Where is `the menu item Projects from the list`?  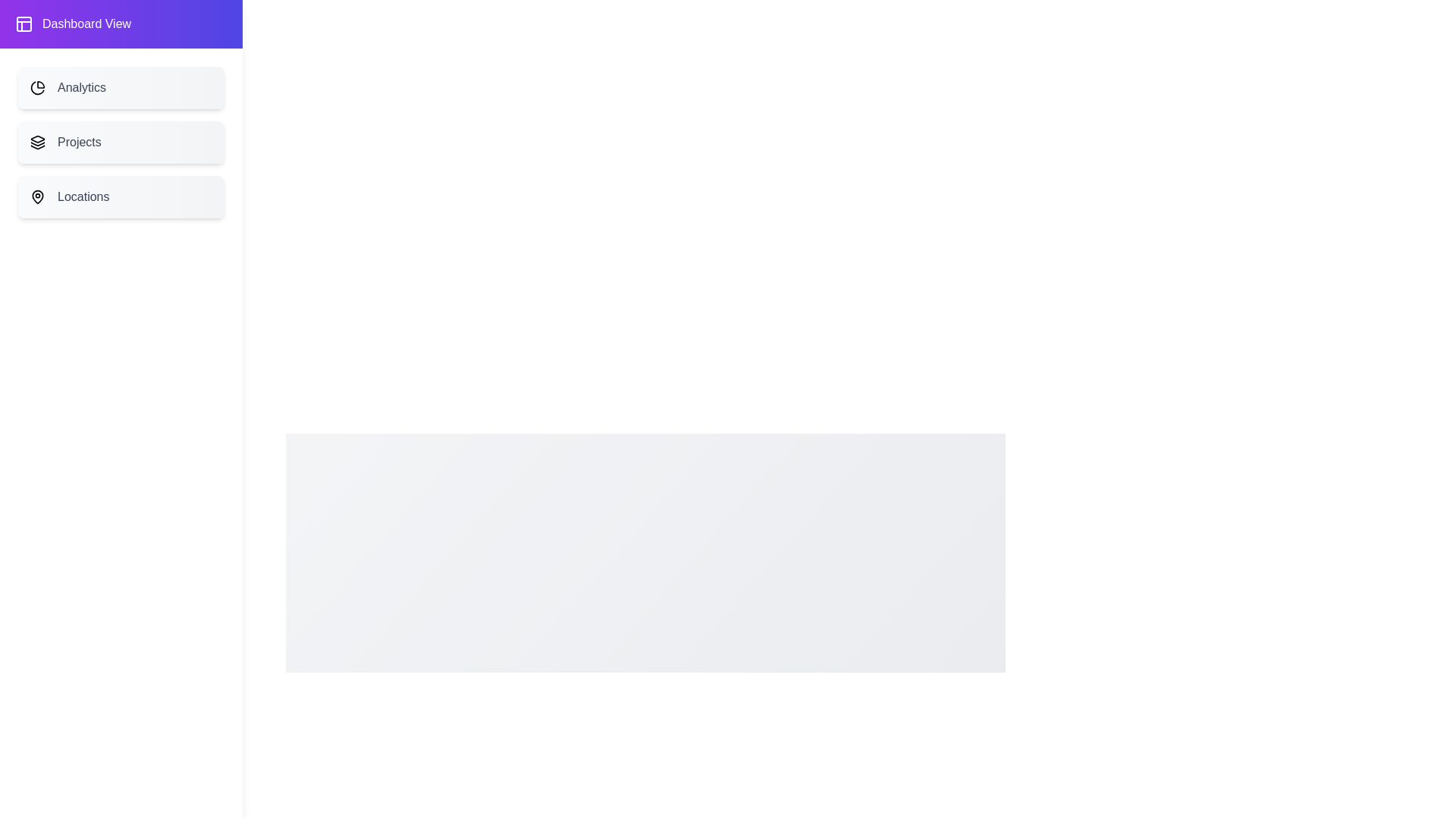 the menu item Projects from the list is located at coordinates (120, 143).